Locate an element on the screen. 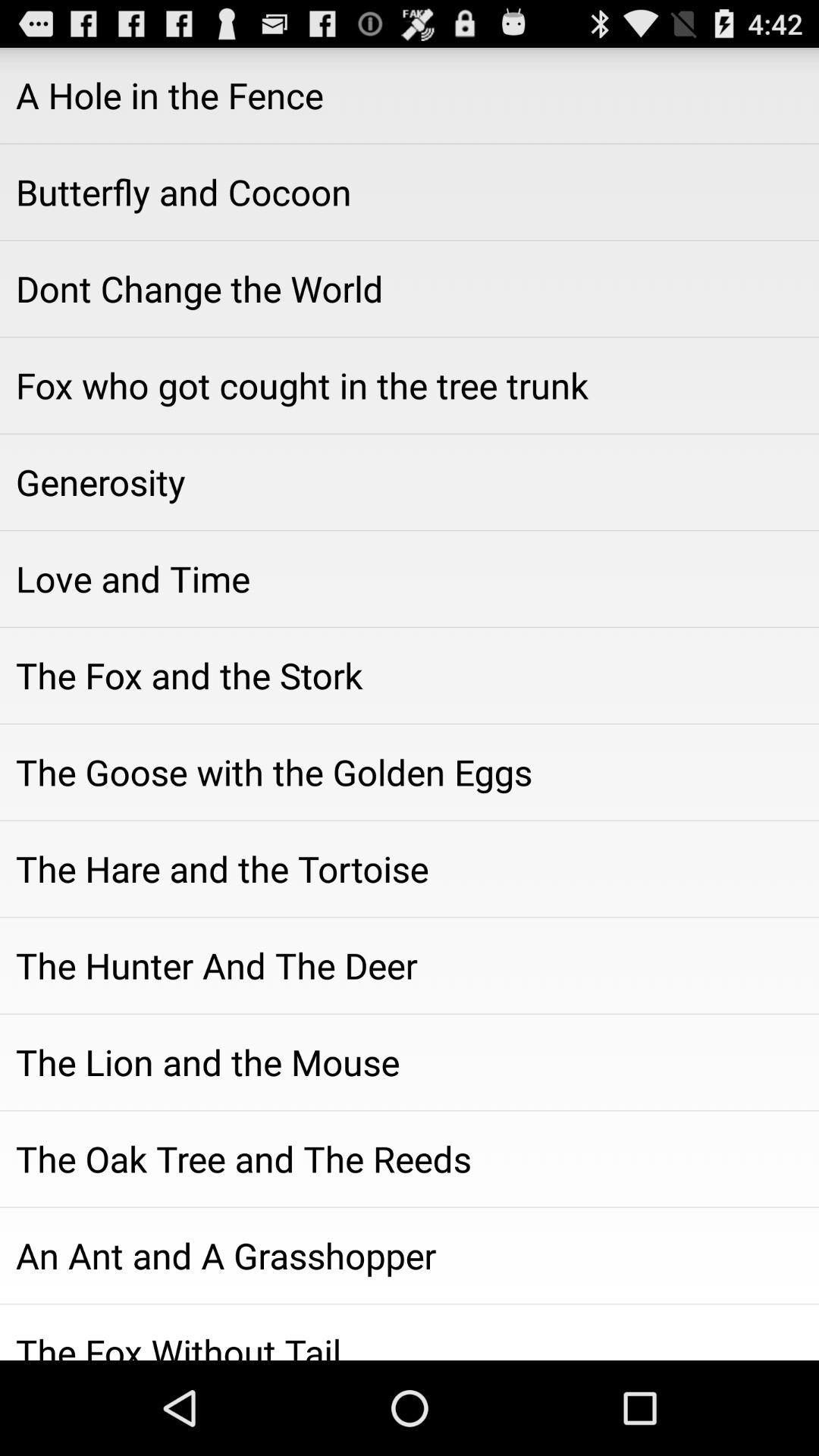 The width and height of the screenshot is (819, 1456). app above the hare and icon is located at coordinates (409, 772).